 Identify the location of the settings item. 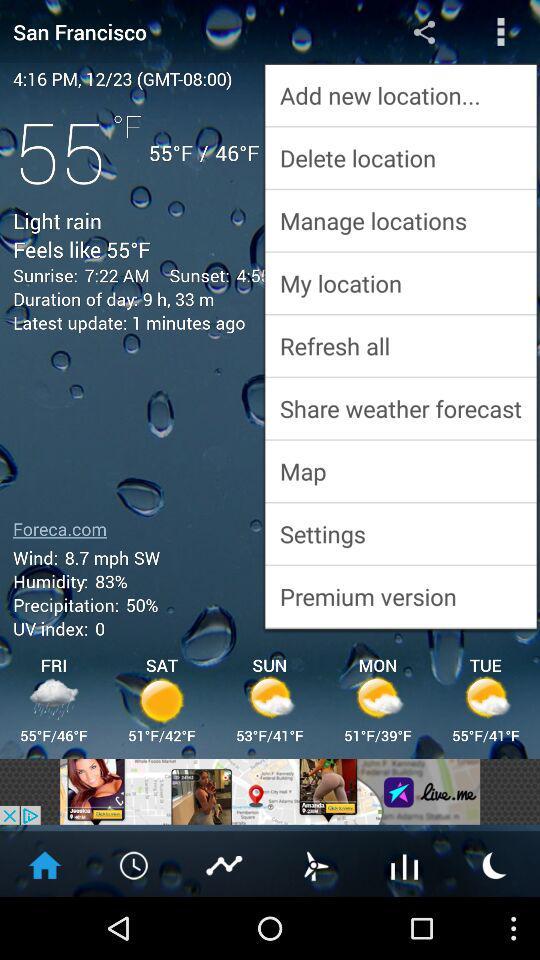
(400, 532).